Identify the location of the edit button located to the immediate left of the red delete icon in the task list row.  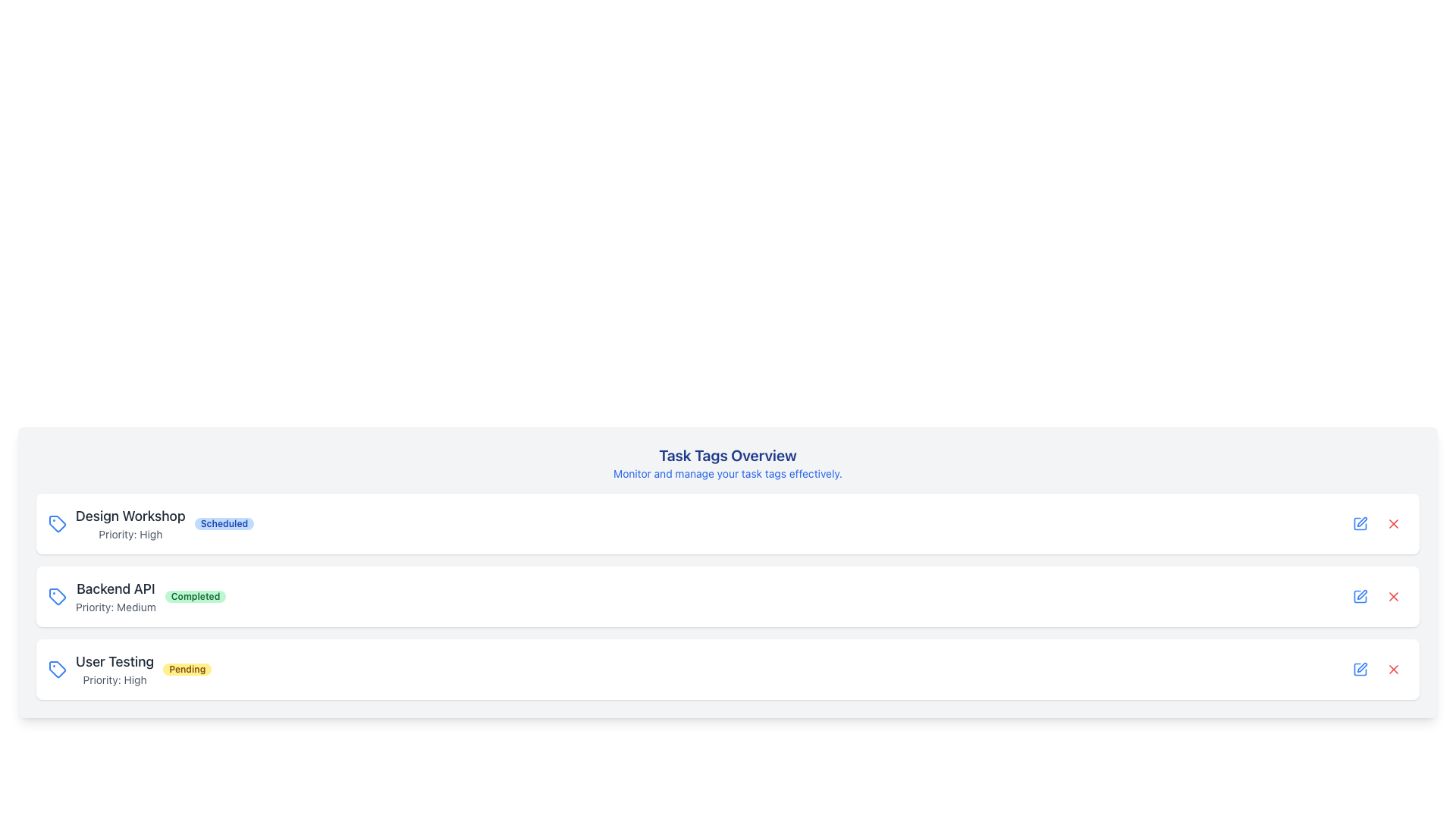
(1360, 595).